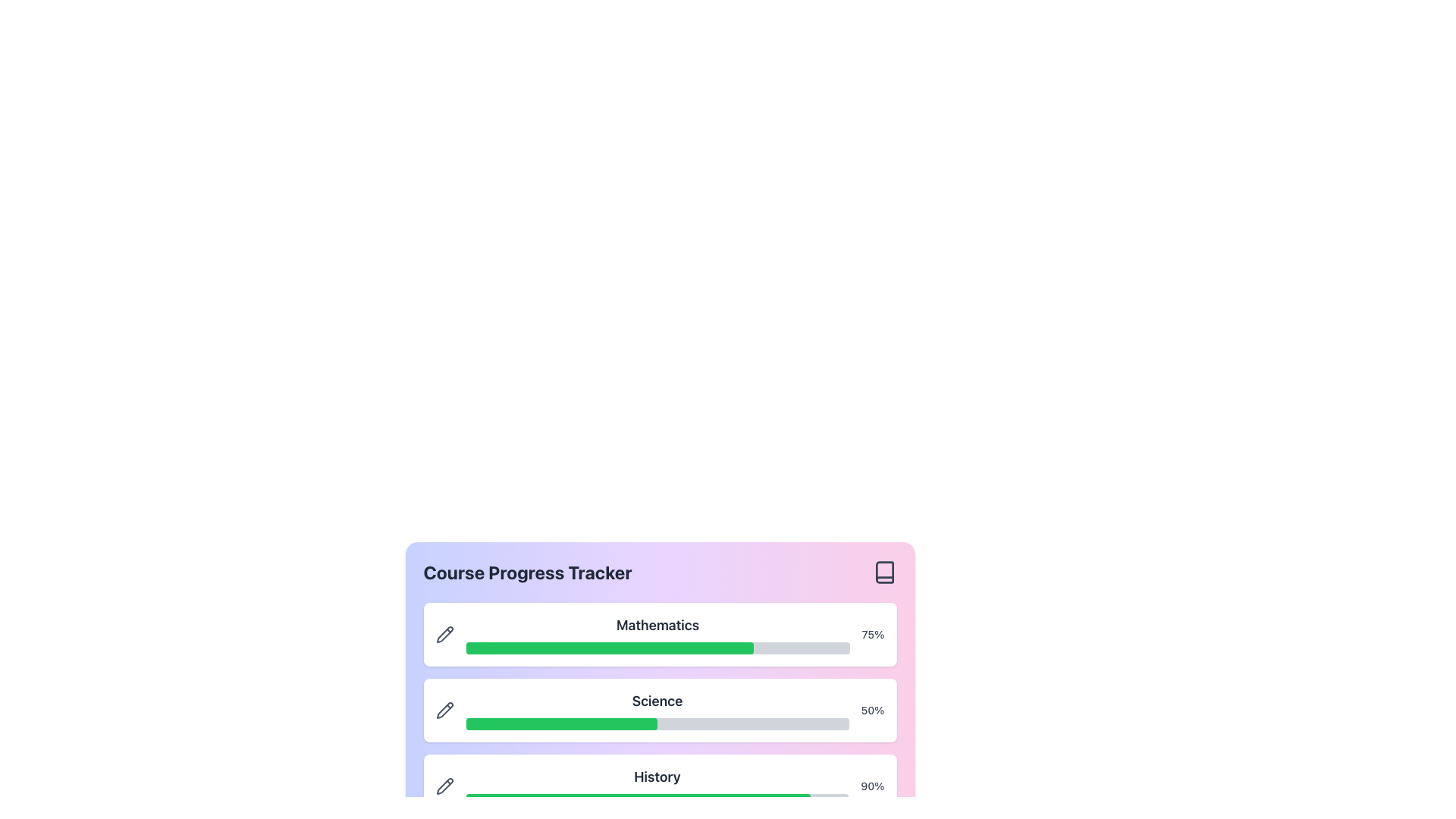  What do you see at coordinates (873, 711) in the screenshot?
I see `the static text indicating the progress percentage for the 'Science' section, which is located above the progress bar and aligned with the text 'Science'` at bounding box center [873, 711].